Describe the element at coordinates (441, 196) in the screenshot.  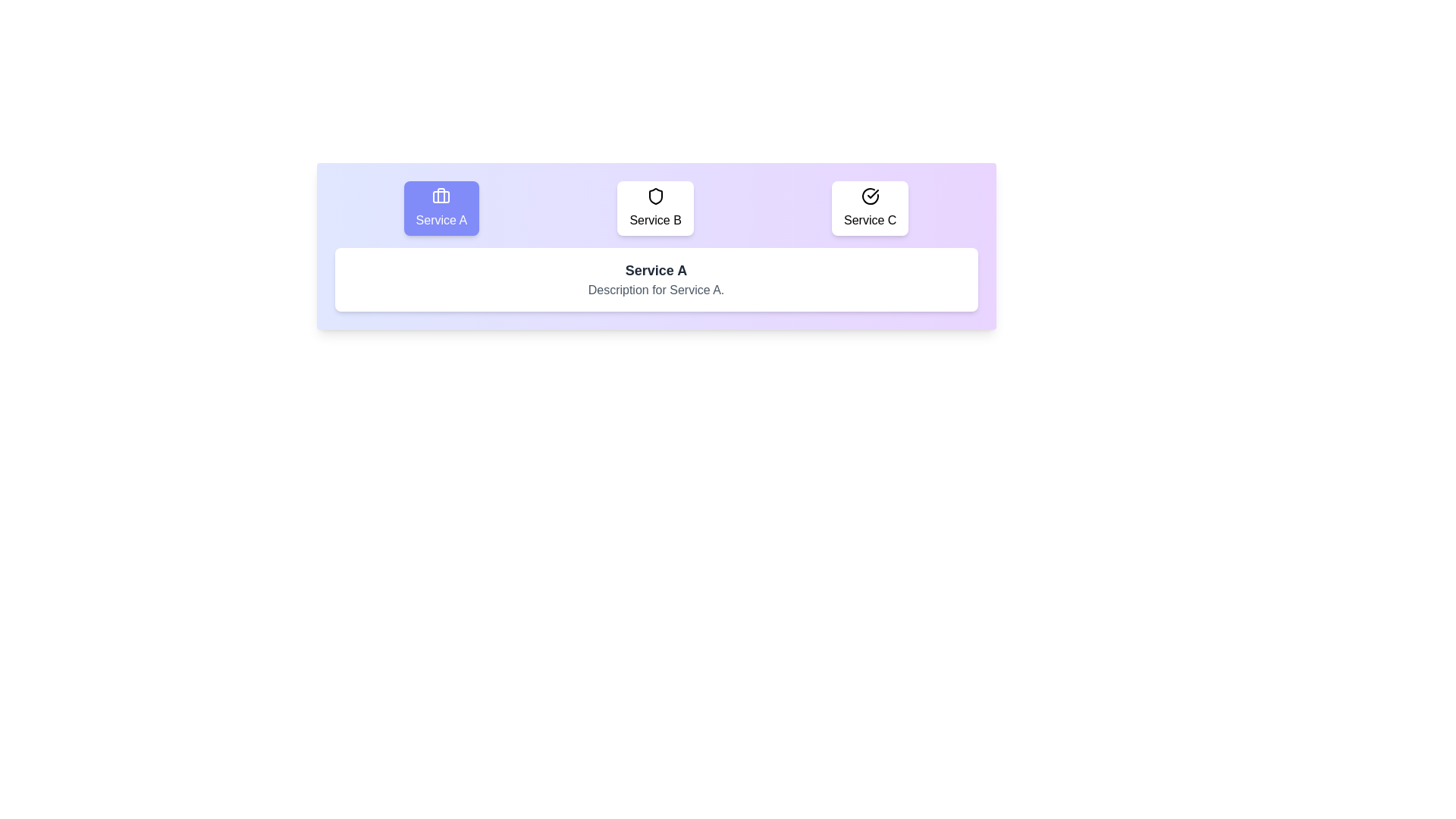
I see `the SVG rectangle that visually represents part of the briefcase icon, which is located at the center of the blue button labeled 'Service A'` at that location.